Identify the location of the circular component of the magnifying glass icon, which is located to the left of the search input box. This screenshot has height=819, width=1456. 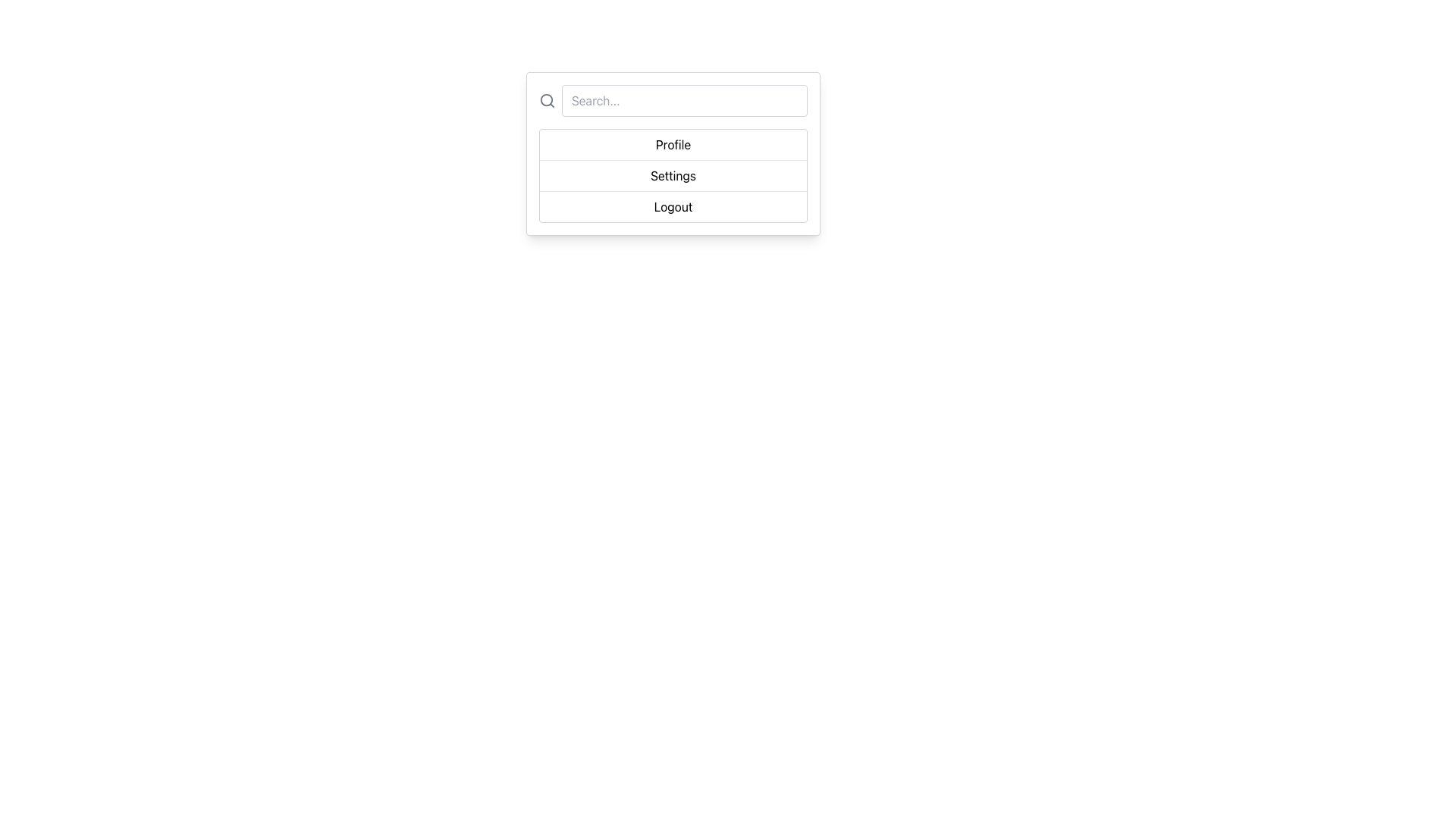
(546, 100).